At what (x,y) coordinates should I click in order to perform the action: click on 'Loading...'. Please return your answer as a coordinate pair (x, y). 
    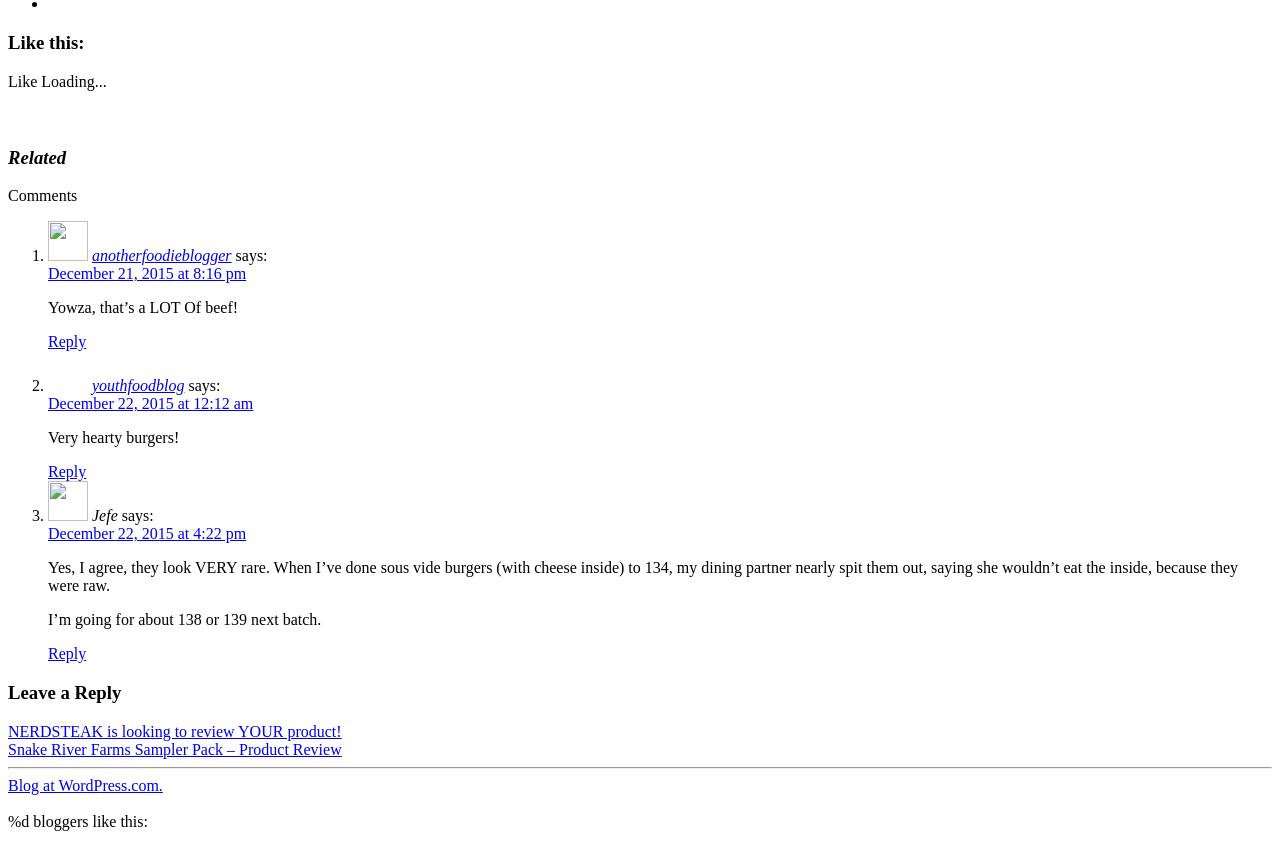
    Looking at the image, I should click on (73, 79).